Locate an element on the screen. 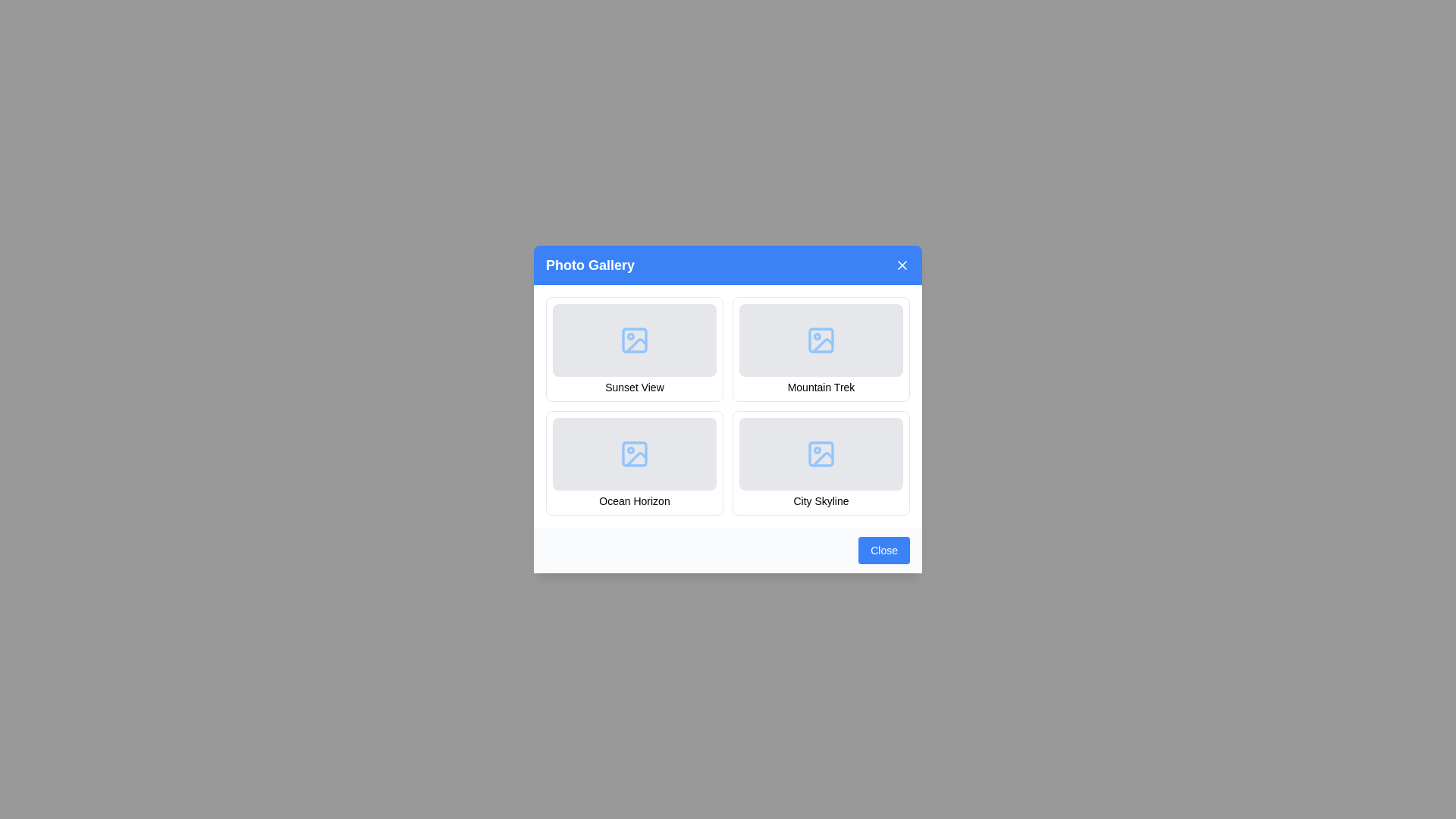 The width and height of the screenshot is (1456, 819). the fourth selectable card in the photo gallery modal titled 'Photo Gallery' is located at coordinates (821, 462).